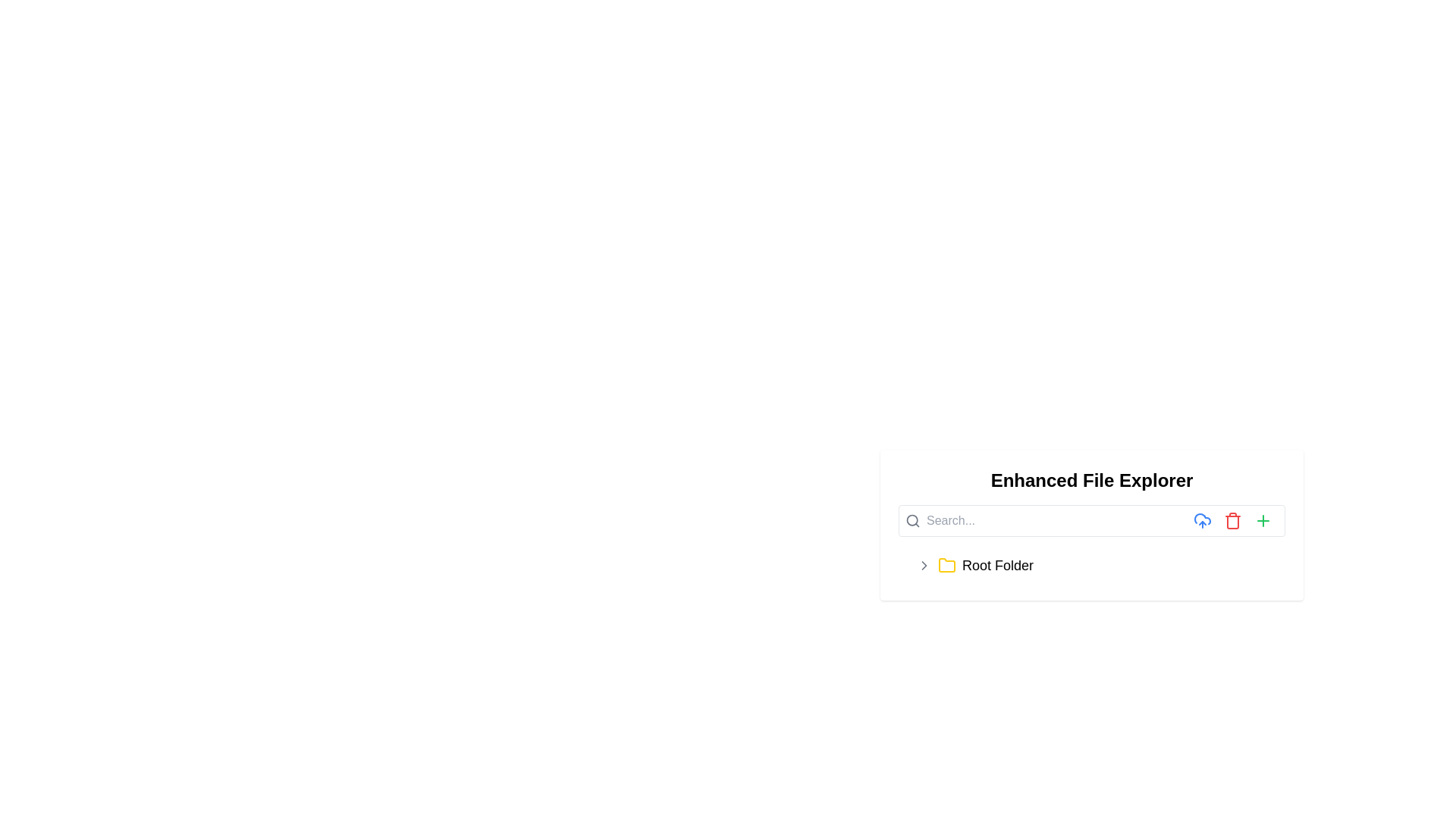 The height and width of the screenshot is (819, 1456). What do you see at coordinates (912, 519) in the screenshot?
I see `the circle part of the magnifying glass icon, which indicates the search functionality in the file explorer header area` at bounding box center [912, 519].